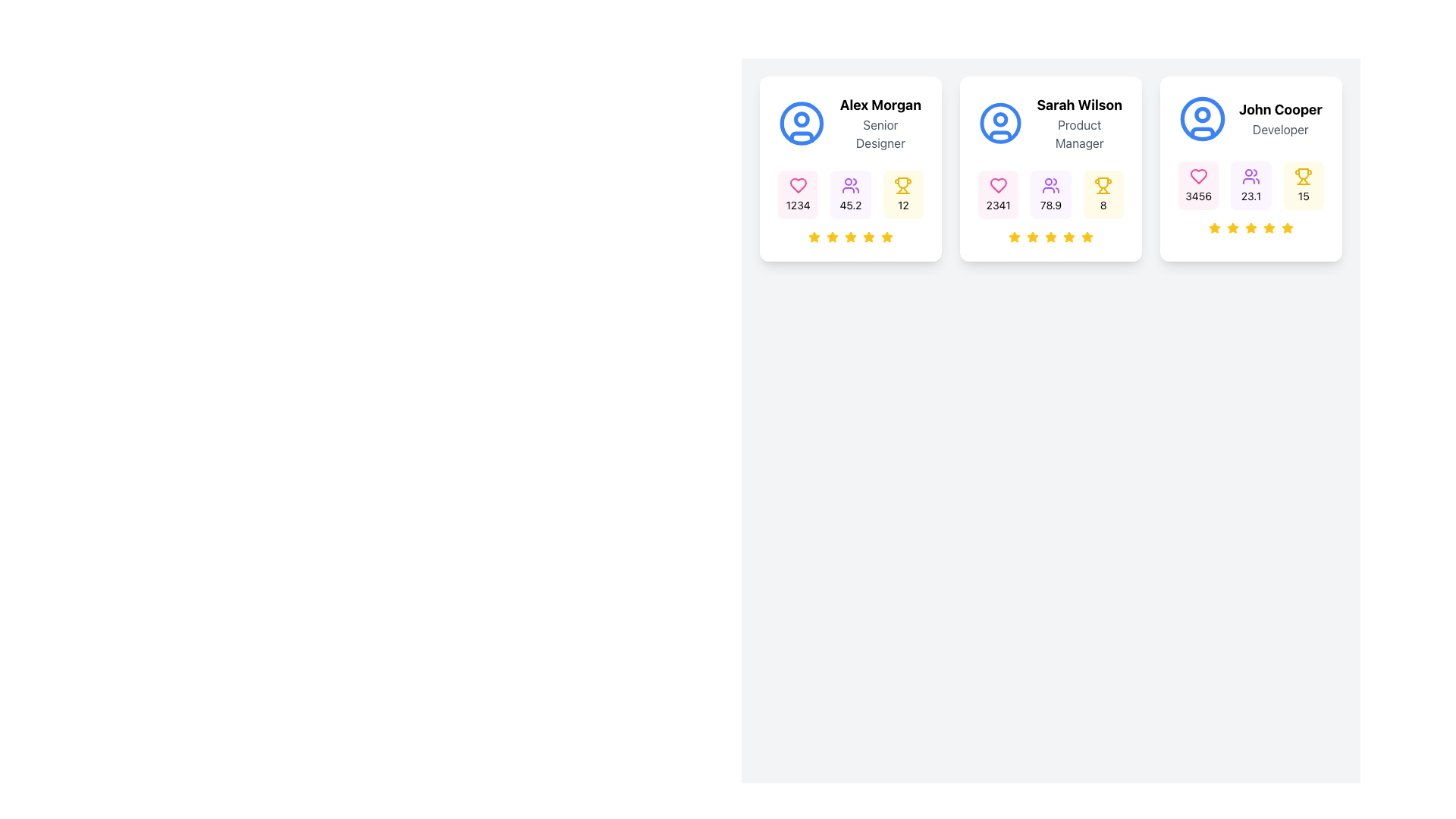 This screenshot has width=1456, height=819. What do you see at coordinates (801, 122) in the screenshot?
I see `blue-stroked SVG circle element that represents the user profile icon, located in the top-left card of the interface, to debug its design` at bounding box center [801, 122].